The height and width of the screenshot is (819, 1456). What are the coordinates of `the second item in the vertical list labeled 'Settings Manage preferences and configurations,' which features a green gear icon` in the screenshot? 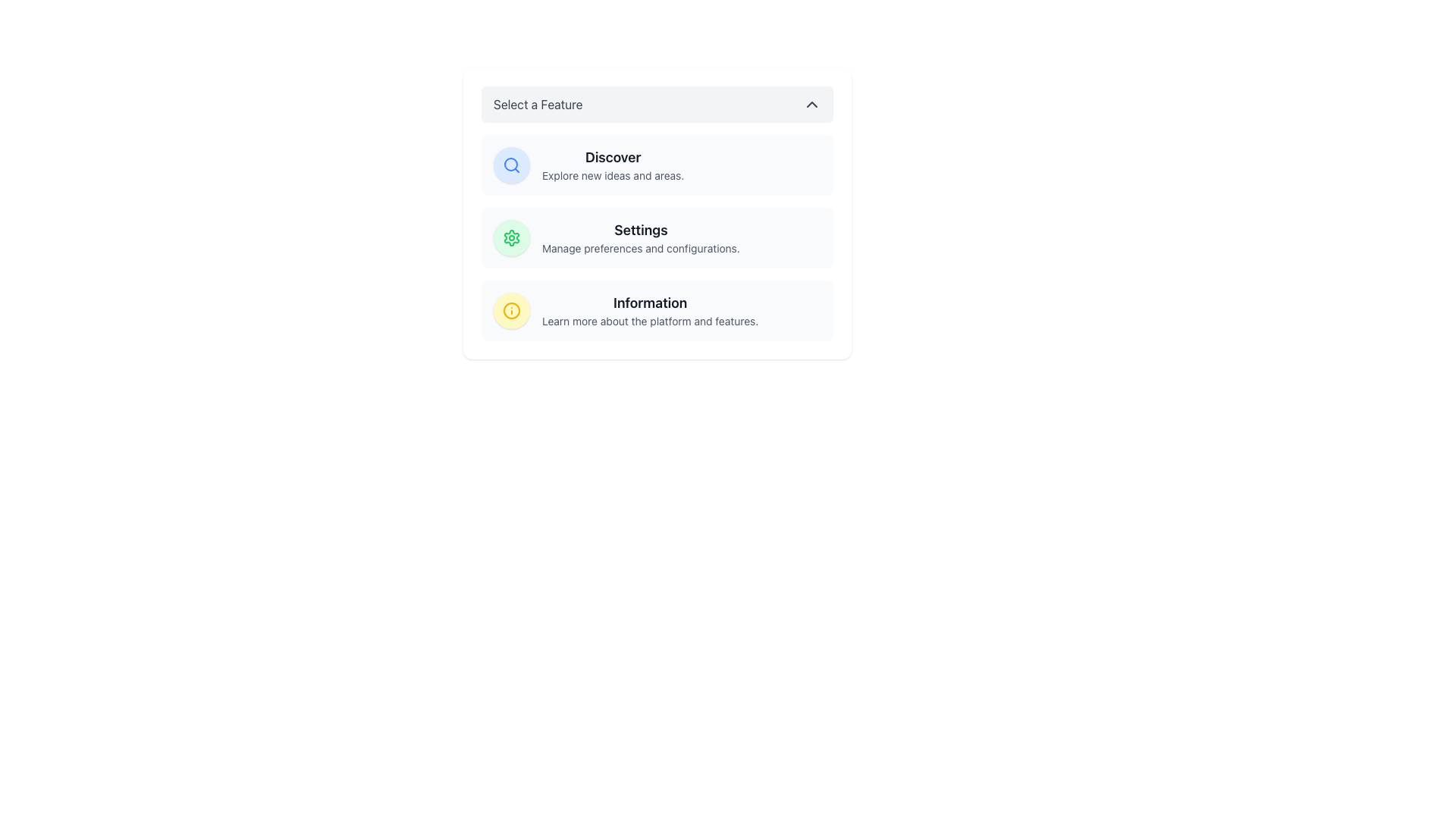 It's located at (657, 237).